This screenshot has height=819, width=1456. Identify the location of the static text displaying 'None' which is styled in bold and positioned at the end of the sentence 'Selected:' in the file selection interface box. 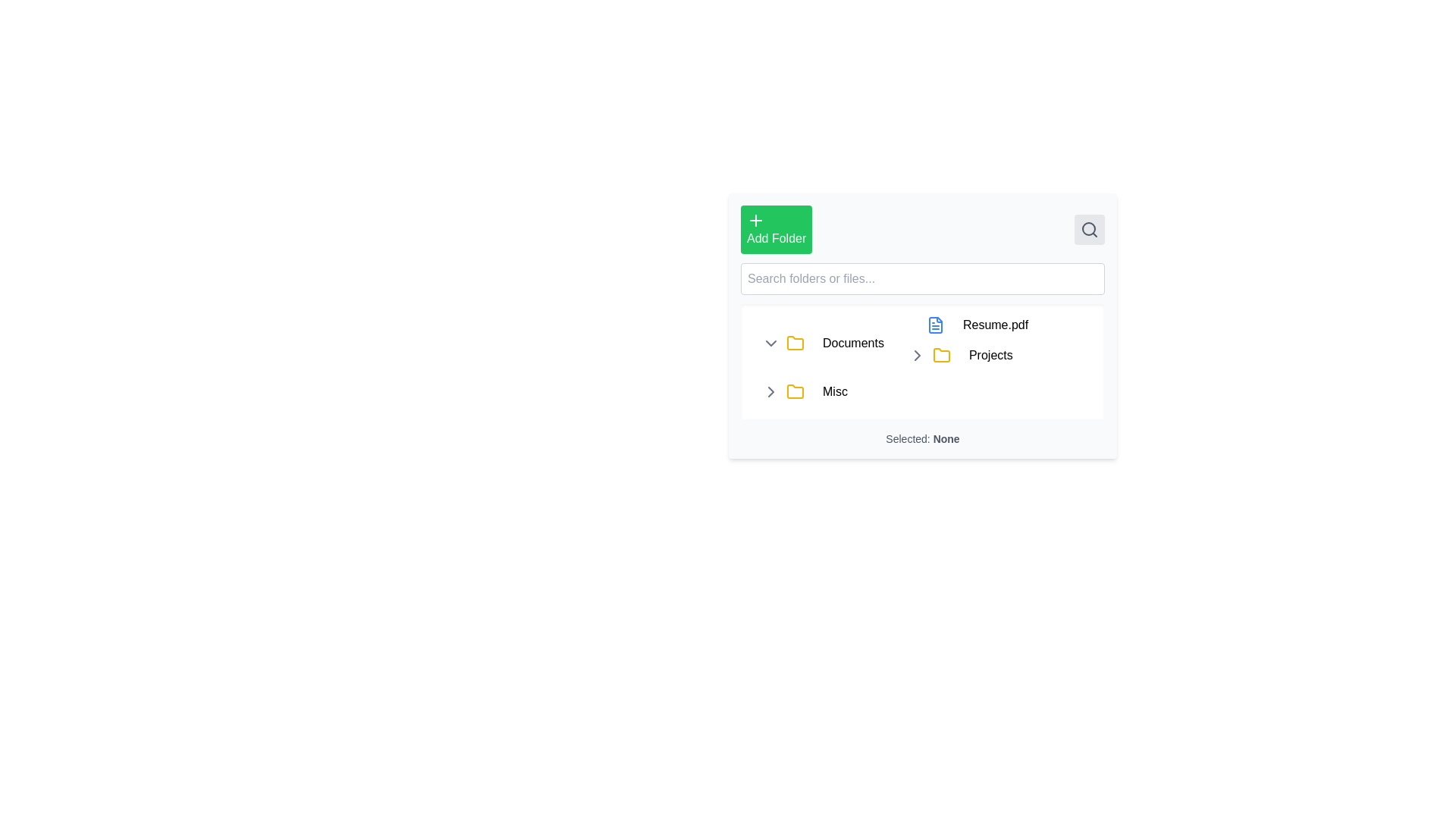
(946, 438).